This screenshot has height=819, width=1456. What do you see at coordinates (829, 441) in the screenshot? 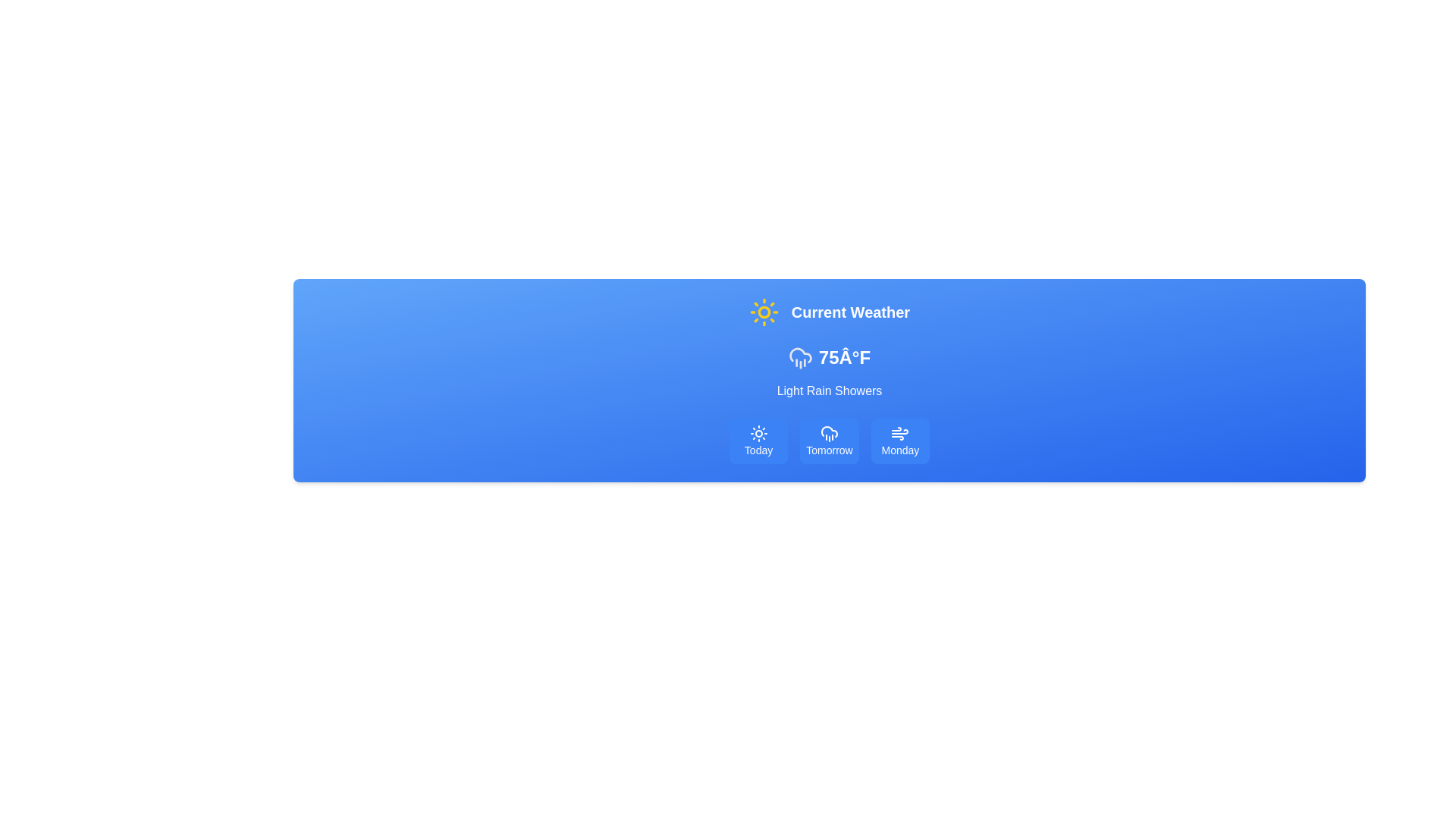
I see `'Tomorrow' weather forecast button located between the 'Today' and 'Monday' buttons for development purposes` at bounding box center [829, 441].